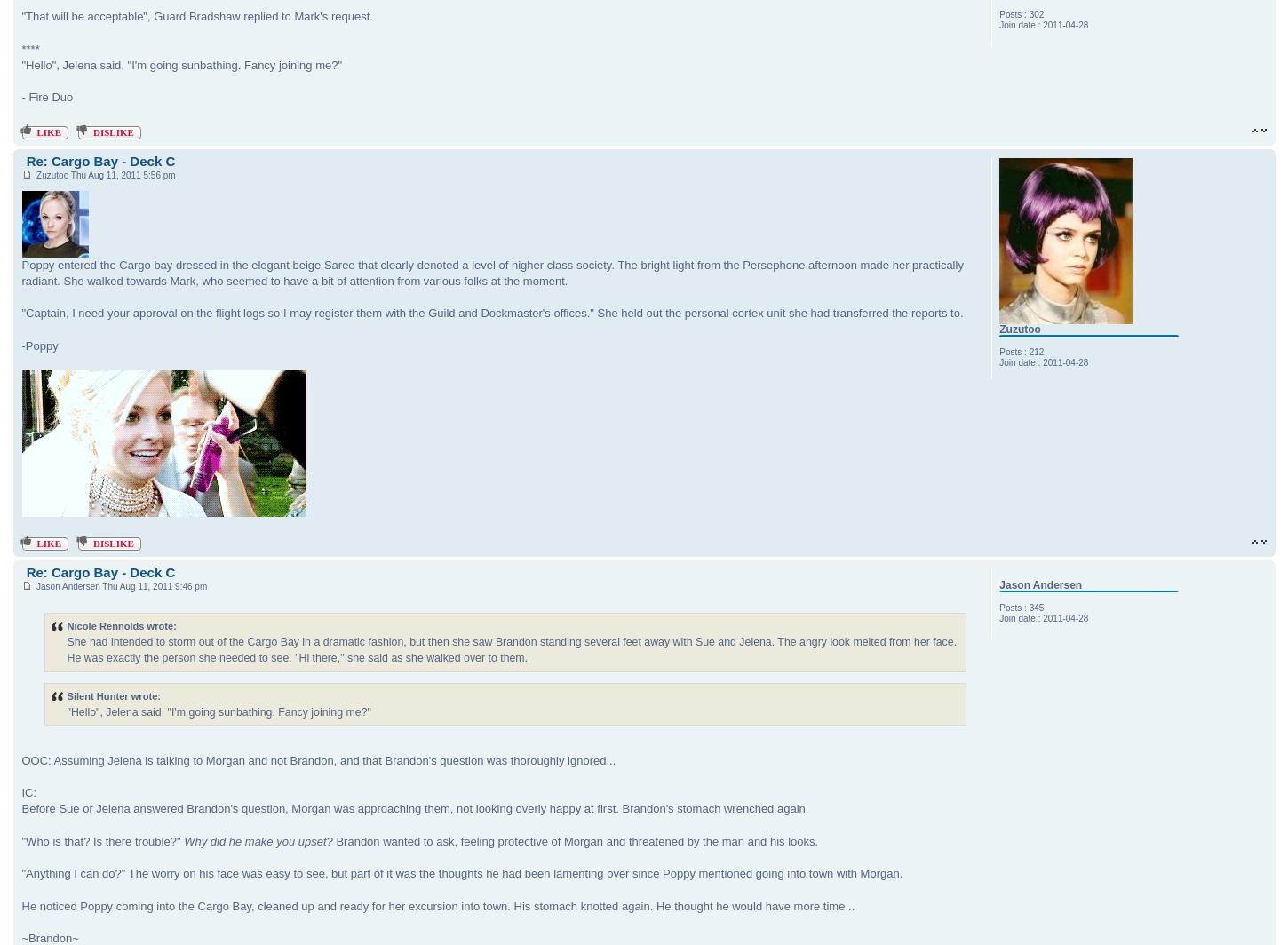 This screenshot has height=945, width=1288. What do you see at coordinates (258, 840) in the screenshot?
I see `'Why did he make you upset?'` at bounding box center [258, 840].